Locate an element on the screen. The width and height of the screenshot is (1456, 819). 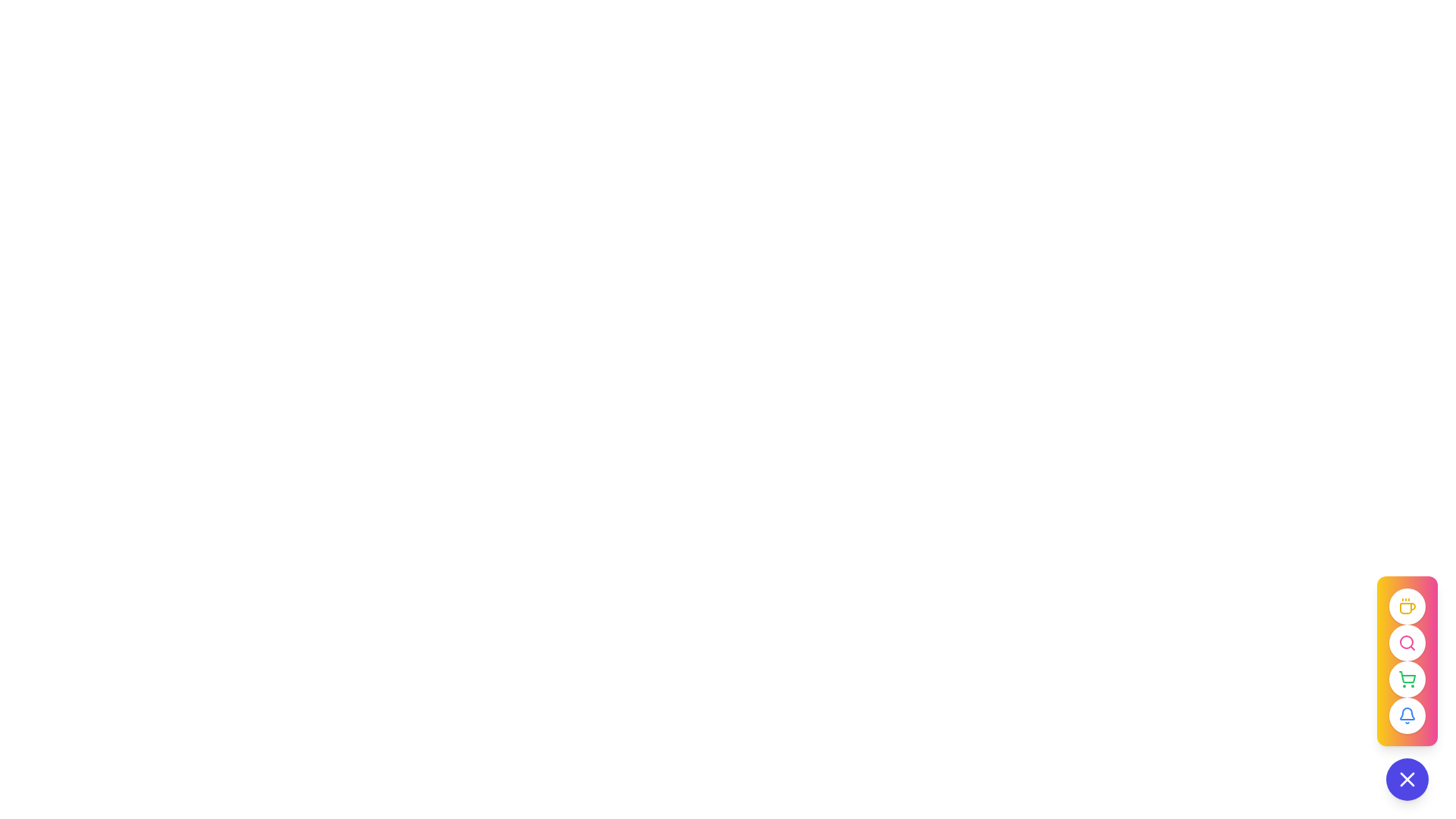
the circular notification button with a blue bell icon on a white background located at the right side of the application interface is located at coordinates (1407, 716).